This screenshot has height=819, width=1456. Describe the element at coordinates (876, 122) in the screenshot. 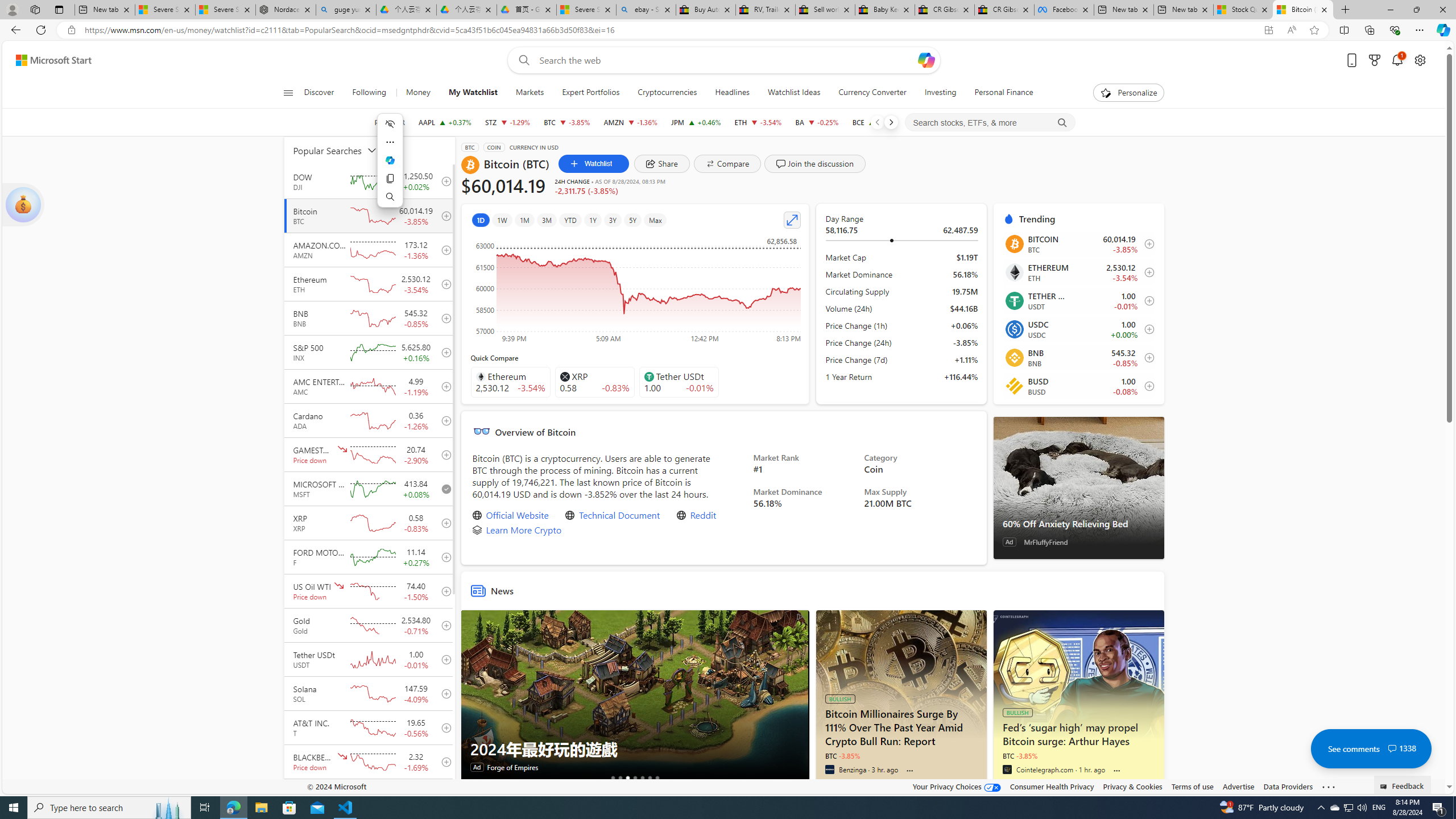

I see `'Previous'` at that location.